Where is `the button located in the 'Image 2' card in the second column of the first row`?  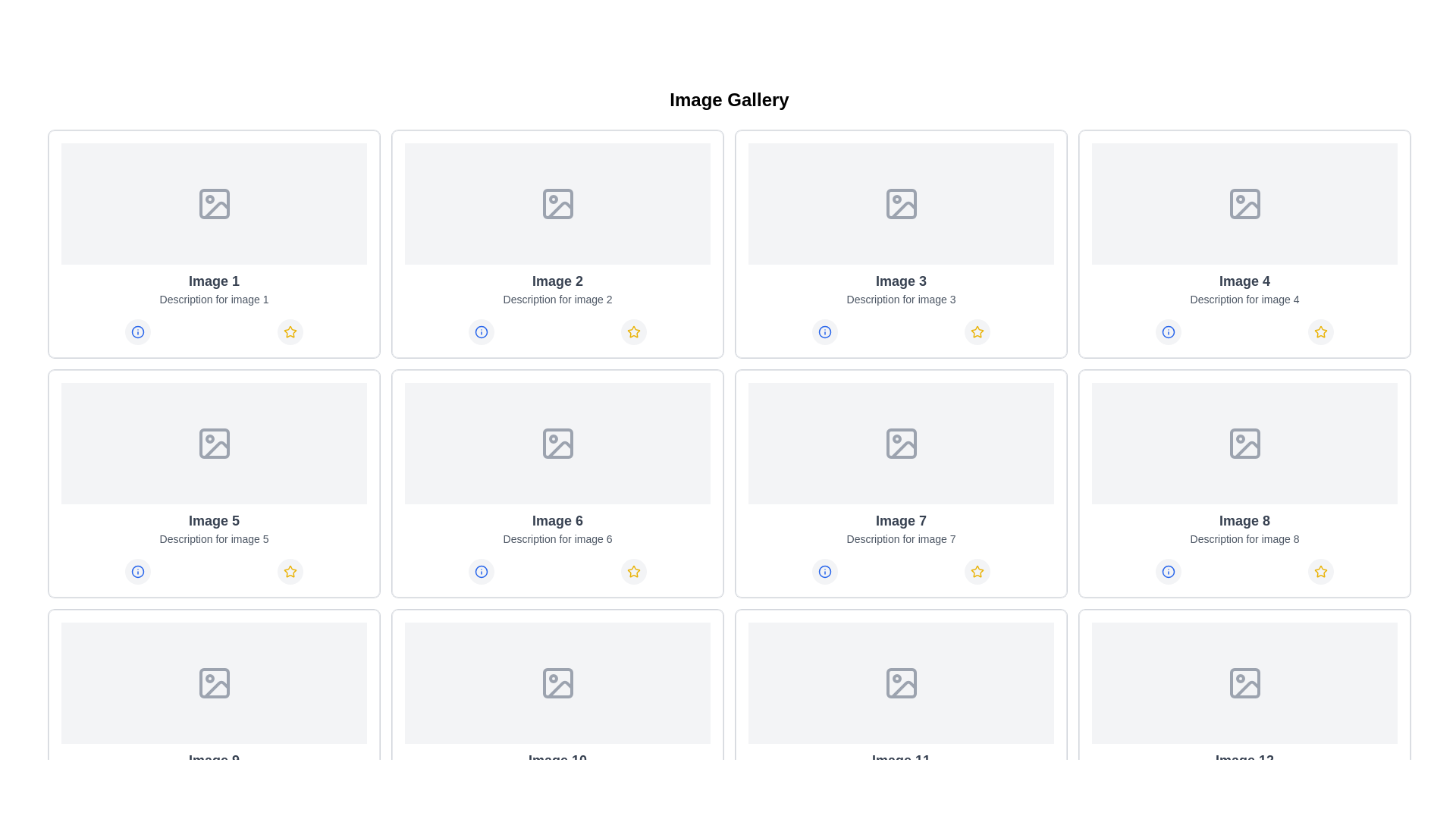
the button located in the 'Image 2' card in the second column of the first row is located at coordinates (480, 331).